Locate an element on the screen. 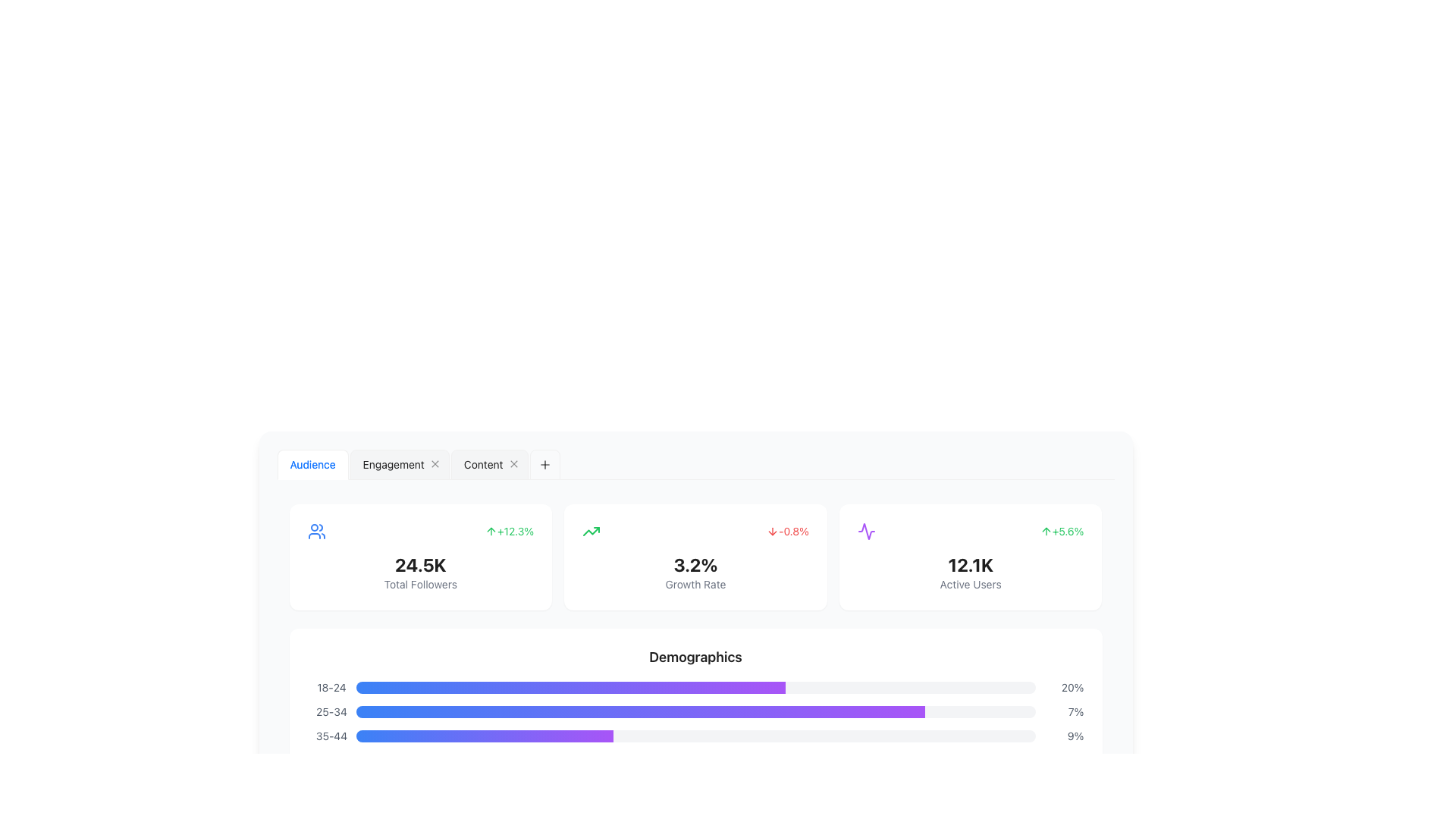 This screenshot has height=819, width=1456. the close icon on the 'Engagement' tab UI element located in the navigation bar is located at coordinates (400, 464).